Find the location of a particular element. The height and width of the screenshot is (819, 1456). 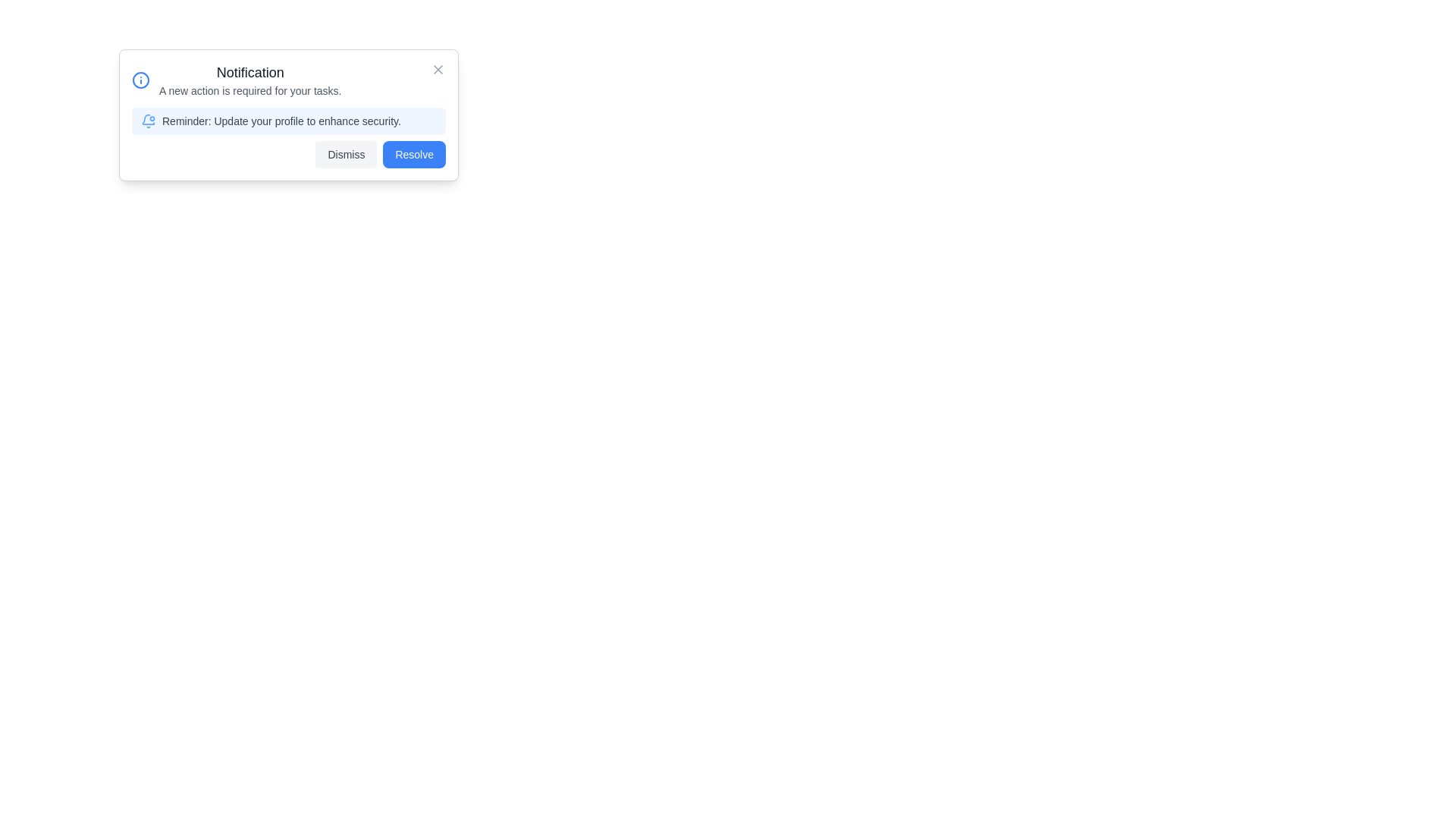

the light blue bell icon with a dot located to the left of the 'Reminder: Update your profile to enhance security' text within the notification box is located at coordinates (149, 120).